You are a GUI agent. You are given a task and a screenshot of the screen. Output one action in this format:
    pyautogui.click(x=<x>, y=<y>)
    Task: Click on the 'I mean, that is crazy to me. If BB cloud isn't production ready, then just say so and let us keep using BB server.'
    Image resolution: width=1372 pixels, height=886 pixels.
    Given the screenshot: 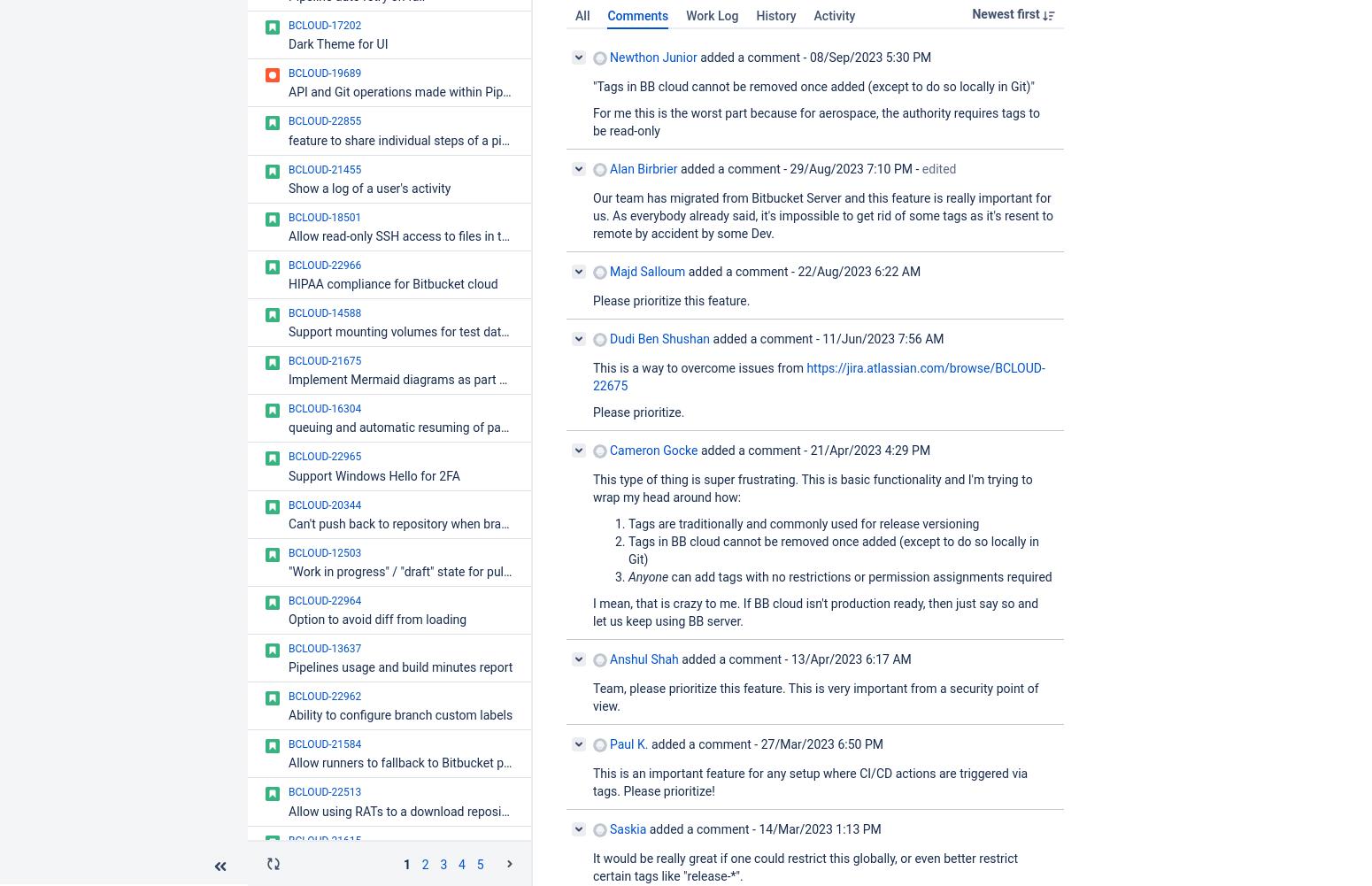 What is the action you would take?
    pyautogui.click(x=815, y=611)
    